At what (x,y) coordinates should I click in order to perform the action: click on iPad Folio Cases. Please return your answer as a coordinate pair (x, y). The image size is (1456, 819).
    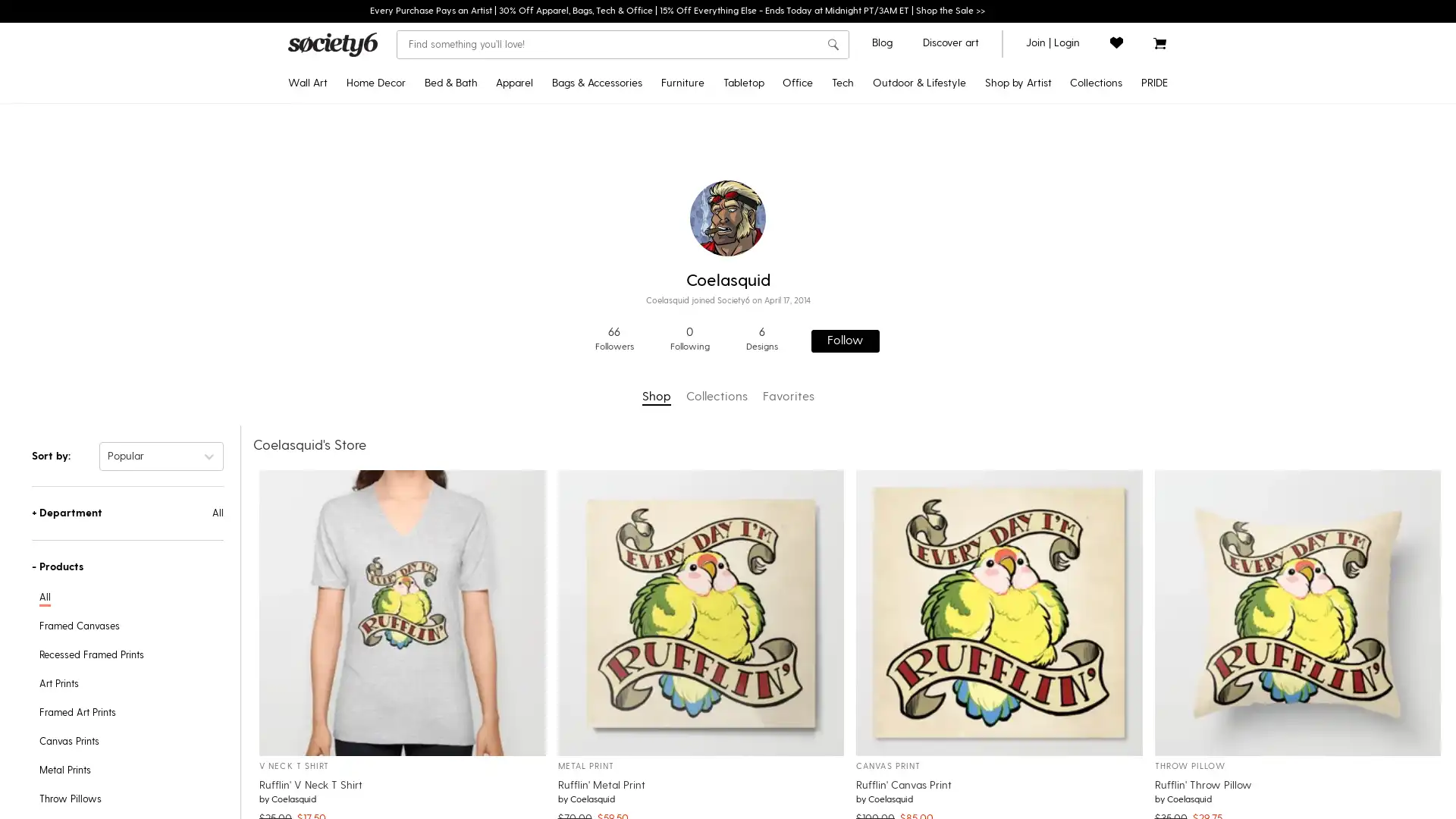
    Looking at the image, I should click on (896, 268).